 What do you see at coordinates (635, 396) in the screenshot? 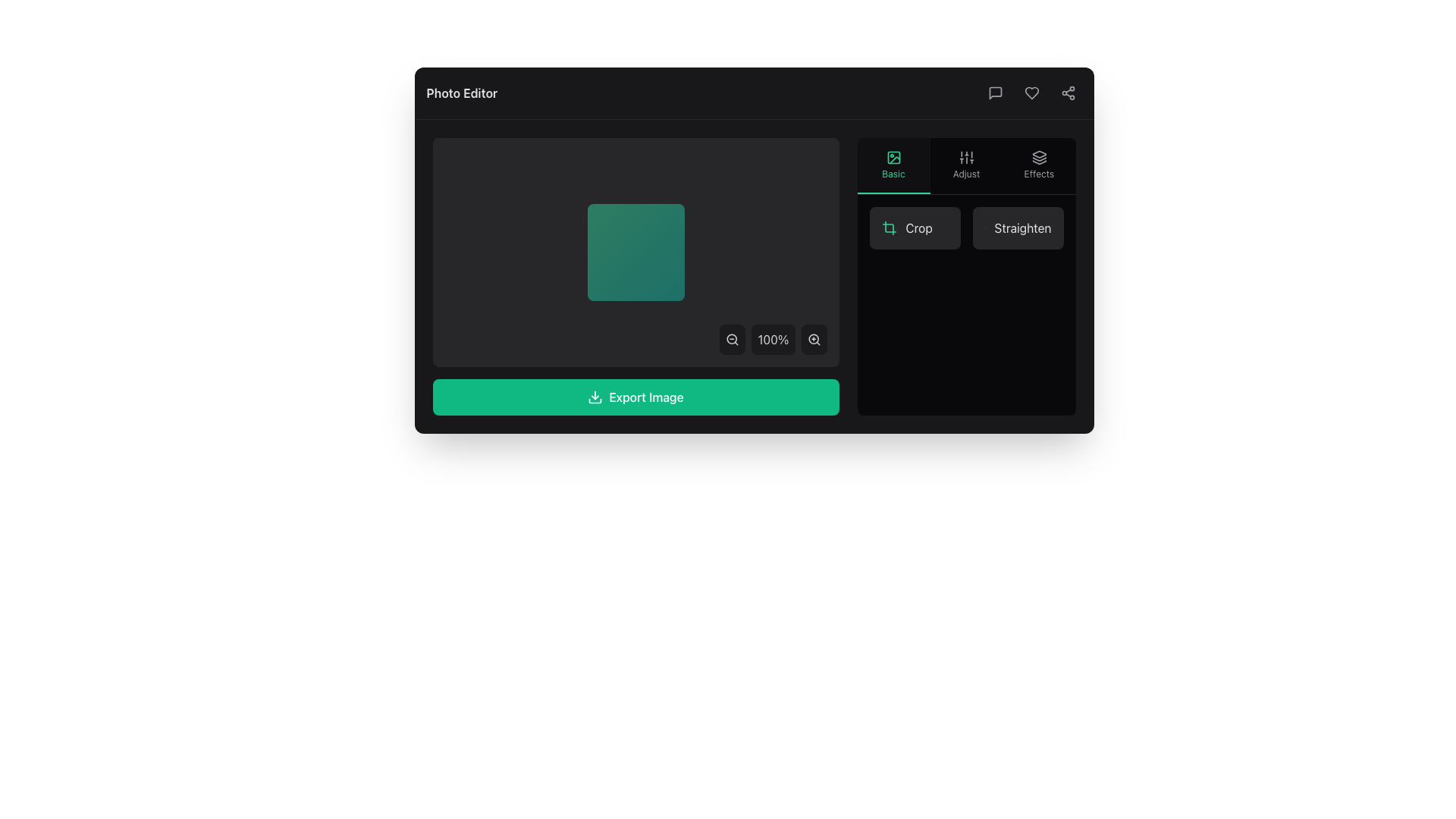
I see `the prominent export button located at the bottom section of the application interface` at bounding box center [635, 396].